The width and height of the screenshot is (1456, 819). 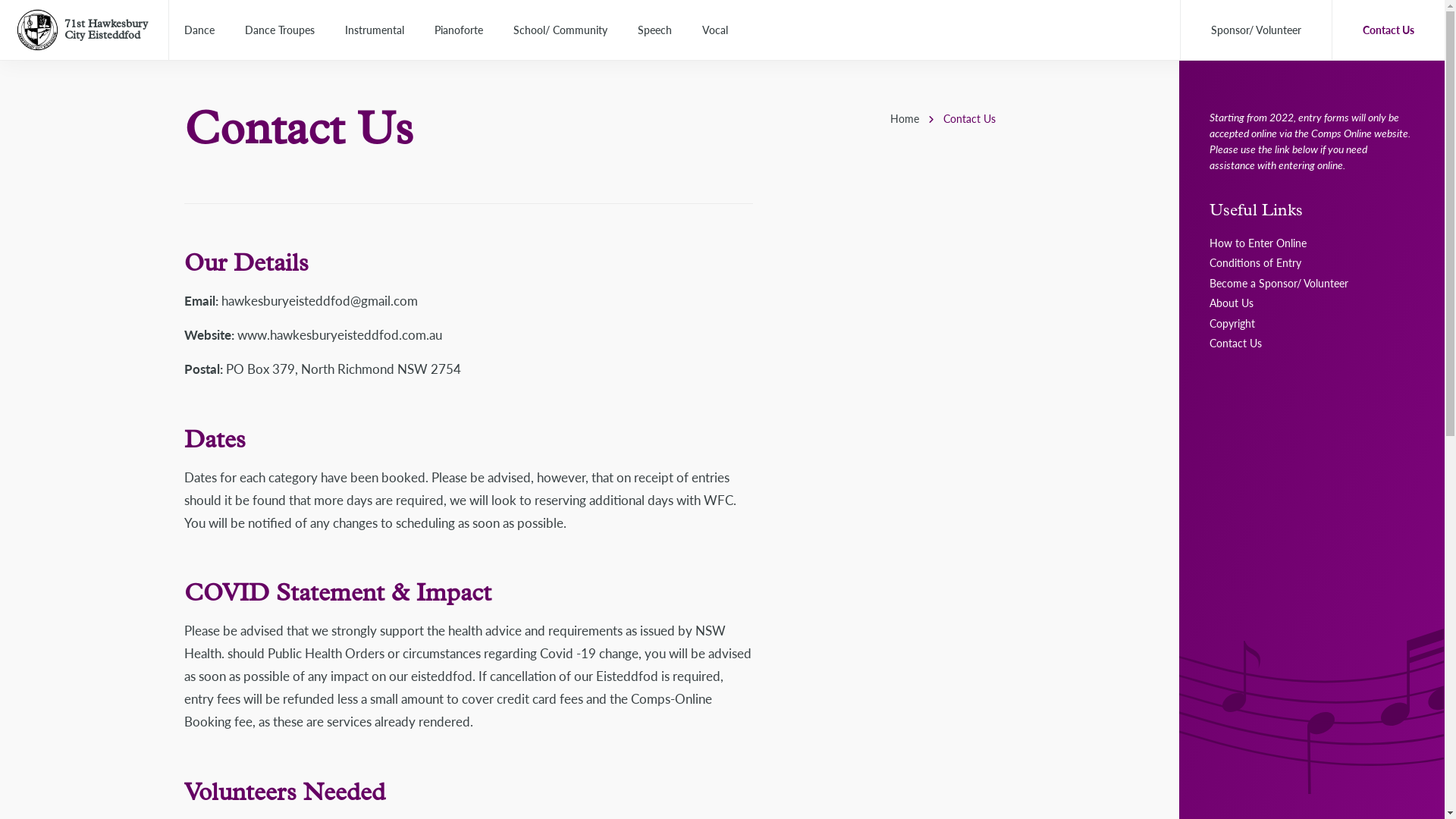 I want to click on 'Speech', so click(x=654, y=30).